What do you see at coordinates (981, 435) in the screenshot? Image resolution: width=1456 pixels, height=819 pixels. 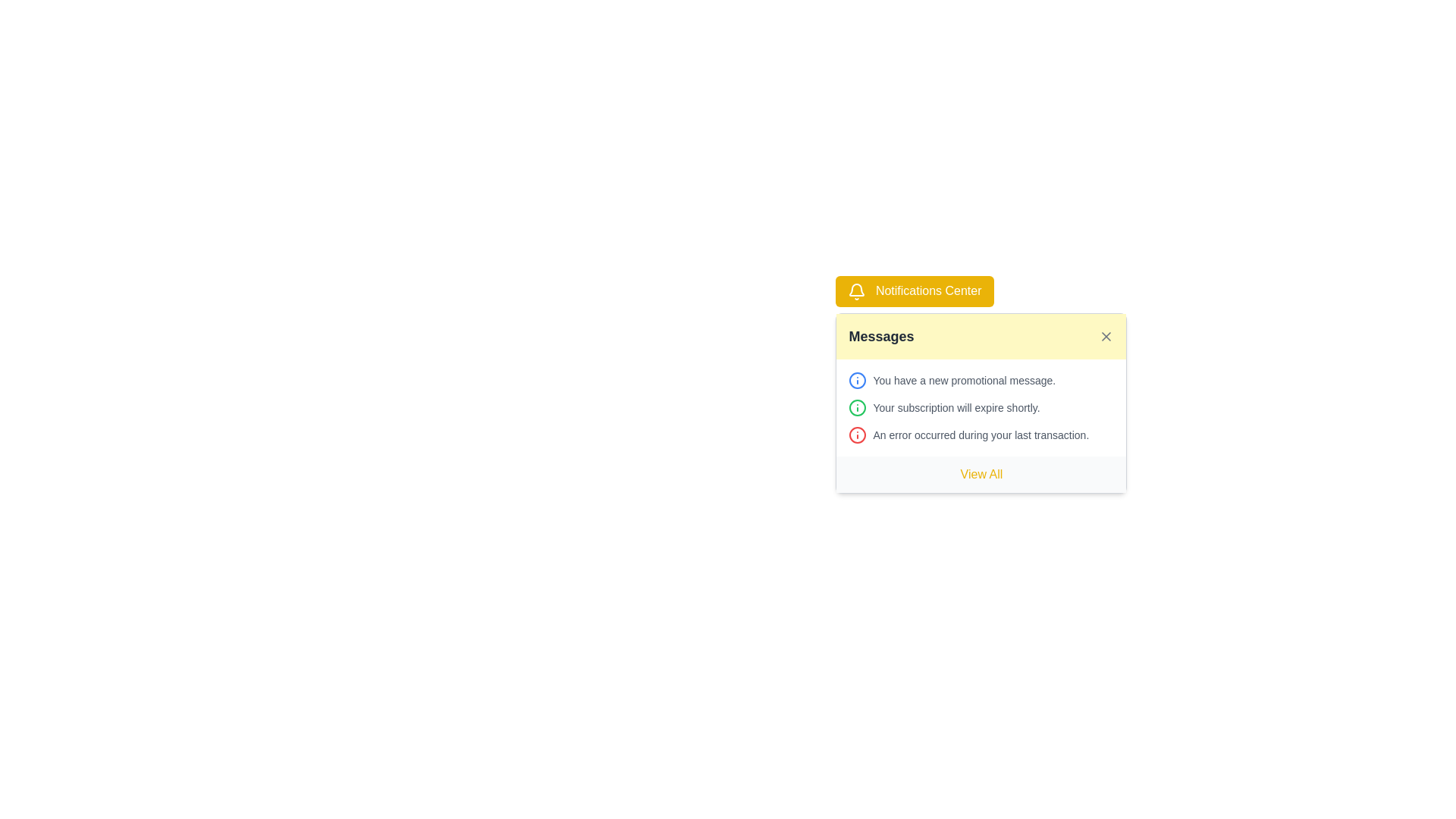 I see `the static text that reads 'An error occurred during your last transaction.', which is styled in gray and positioned within a notification section as the last item after two notifications` at bounding box center [981, 435].